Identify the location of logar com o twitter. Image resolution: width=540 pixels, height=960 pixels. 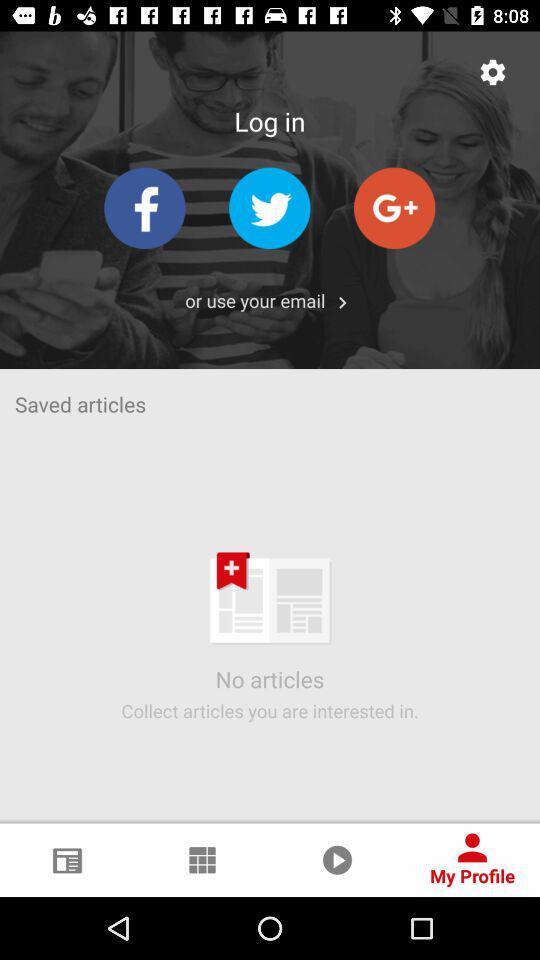
(269, 208).